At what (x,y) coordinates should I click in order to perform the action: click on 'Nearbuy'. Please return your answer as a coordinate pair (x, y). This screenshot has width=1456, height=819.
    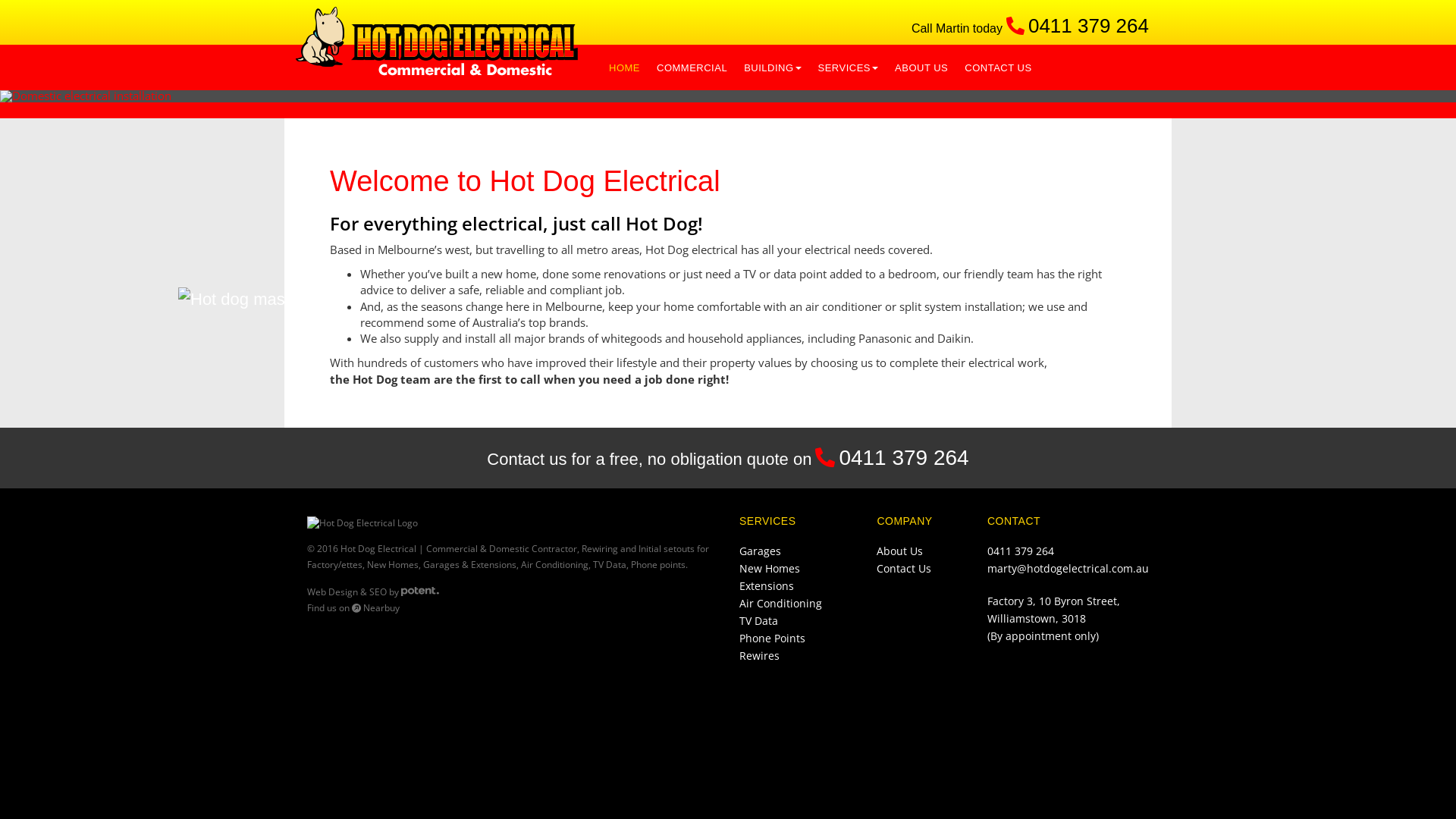
    Looking at the image, I should click on (375, 607).